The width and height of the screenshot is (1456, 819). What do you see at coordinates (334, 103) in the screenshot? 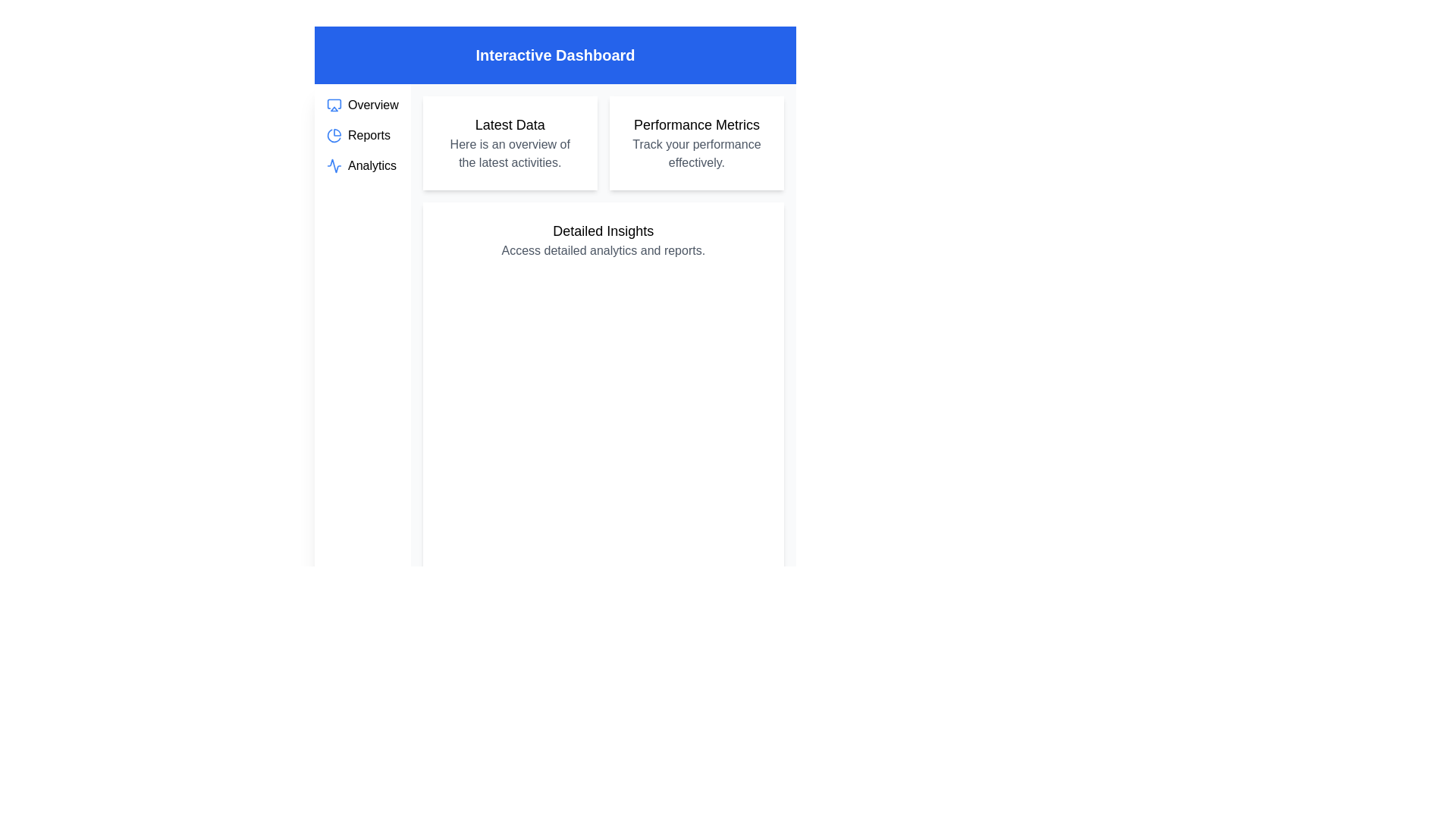
I see `the blue rectangular frame with rounded corners in the sidebar menu that represents the 'Overview' section` at bounding box center [334, 103].